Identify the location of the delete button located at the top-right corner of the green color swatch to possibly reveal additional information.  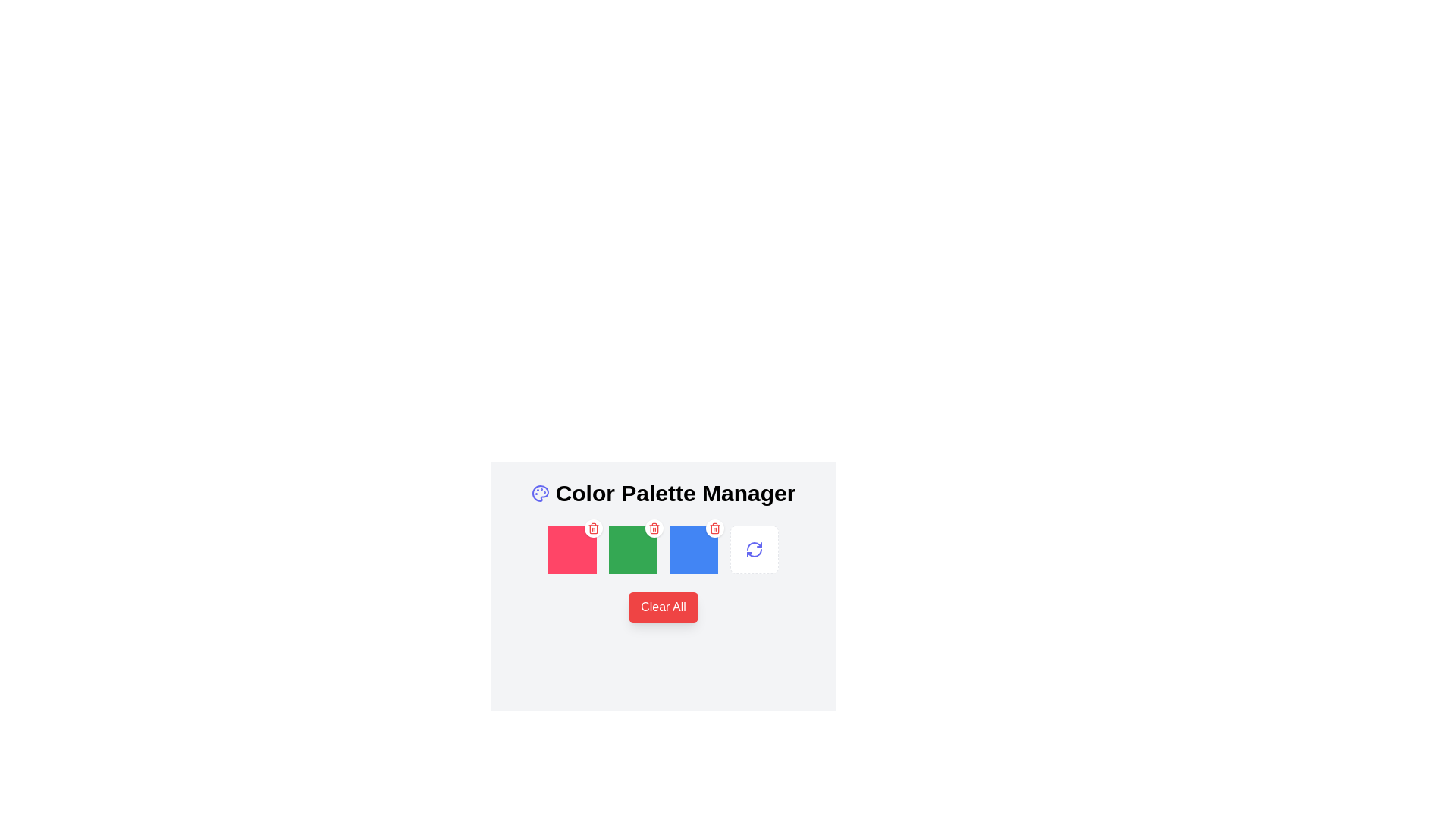
(654, 528).